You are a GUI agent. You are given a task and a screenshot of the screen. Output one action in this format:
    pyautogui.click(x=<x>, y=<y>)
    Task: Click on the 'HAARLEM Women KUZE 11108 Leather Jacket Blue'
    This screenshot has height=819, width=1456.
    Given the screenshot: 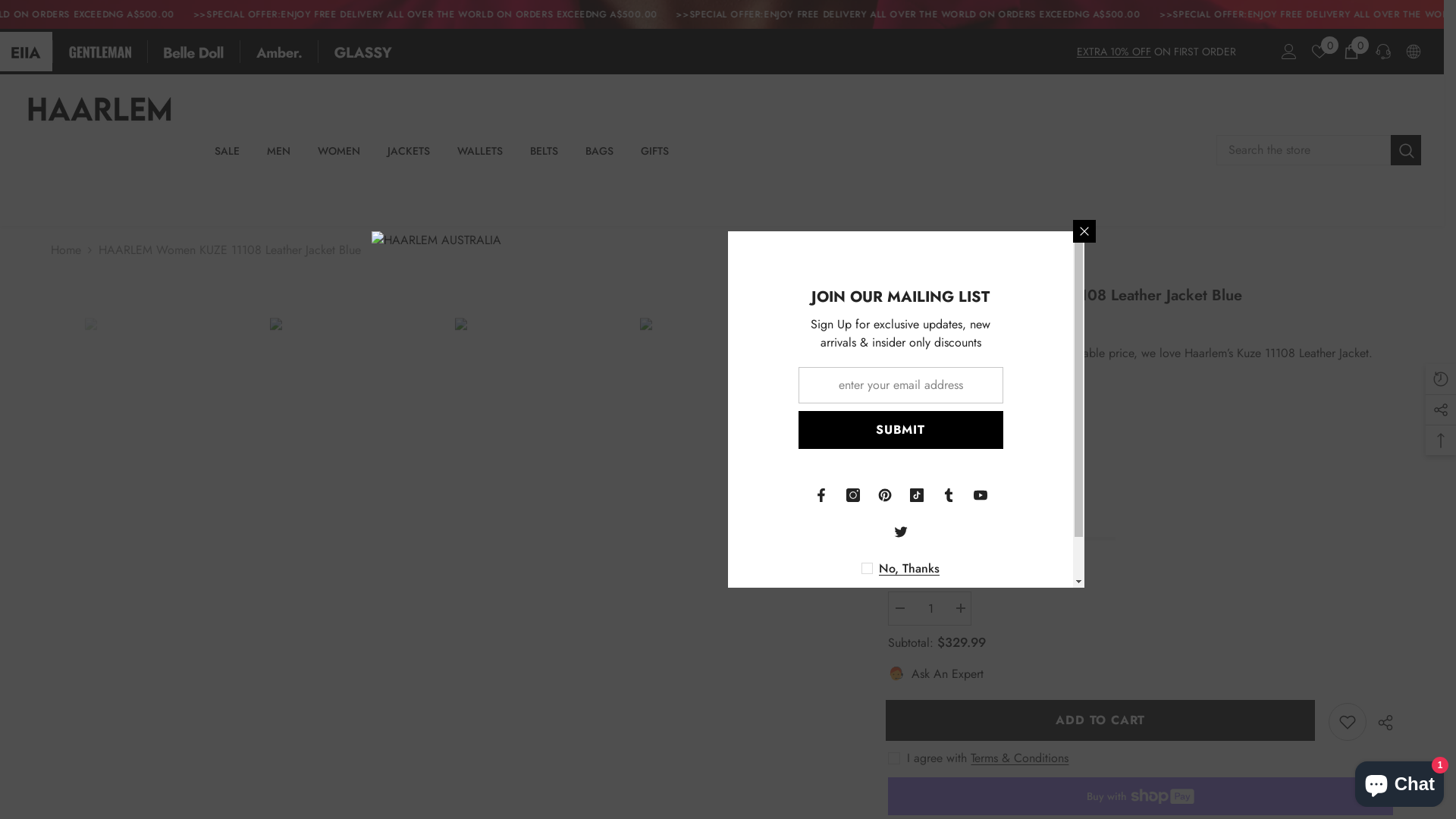 What is the action you would take?
    pyautogui.click(x=170, y=444)
    